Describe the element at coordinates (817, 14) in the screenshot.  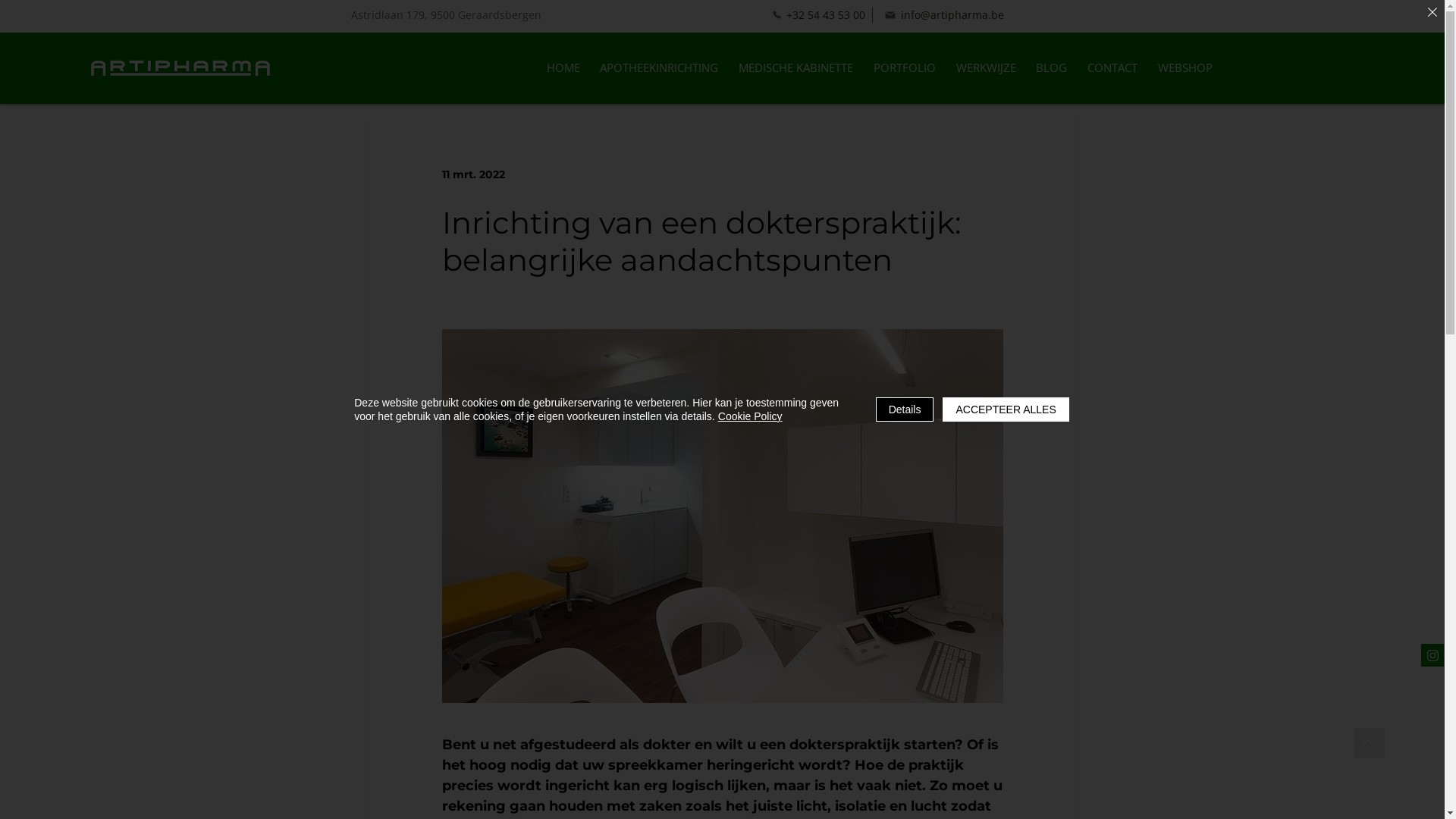
I see `'+32 54 43 53 00'` at that location.